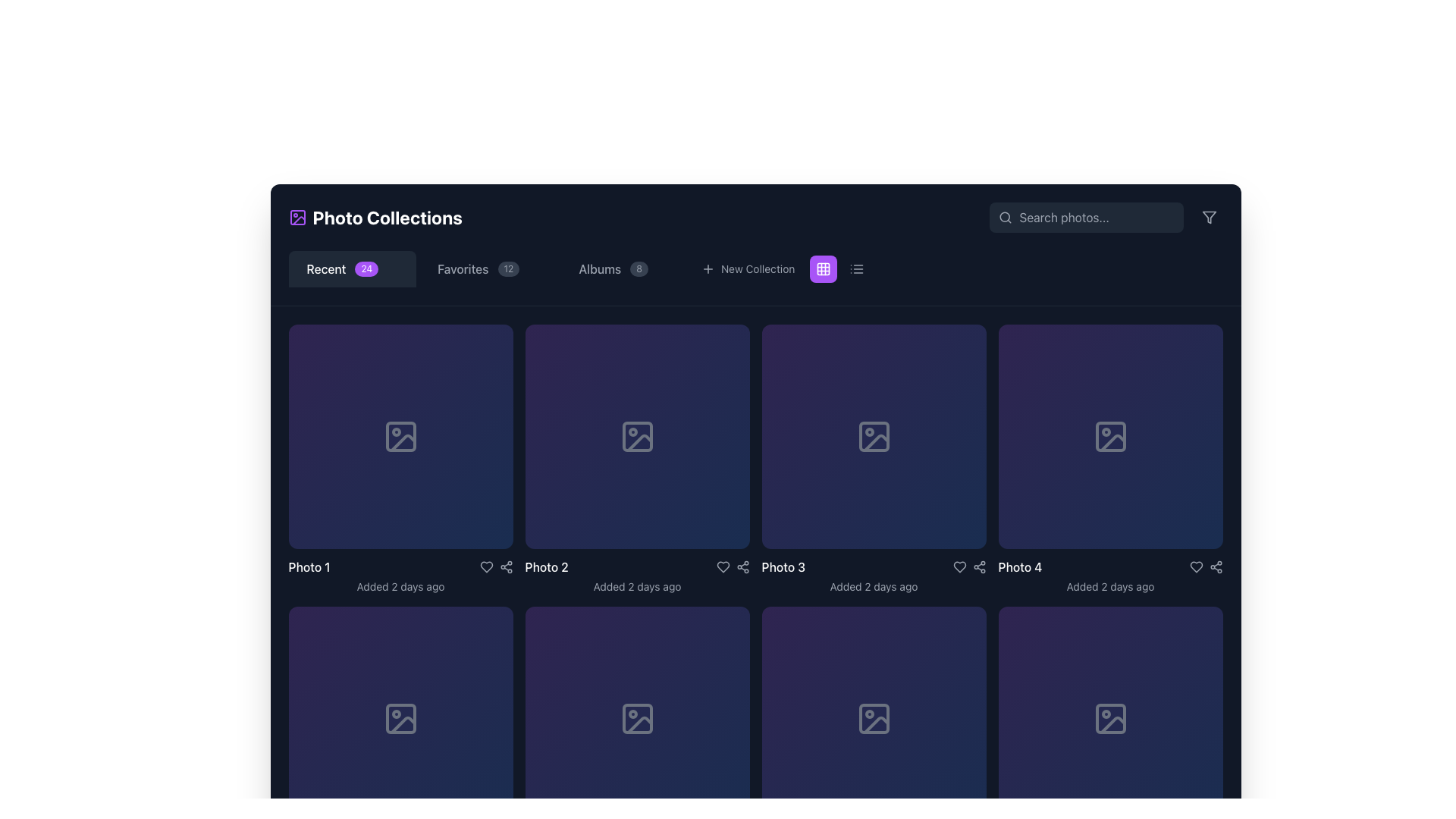 Image resolution: width=1456 pixels, height=819 pixels. Describe the element at coordinates (1216, 567) in the screenshot. I see `the share icon button located immediately to the right of the red heart icon in the action bar under 'Photo 4'` at that location.